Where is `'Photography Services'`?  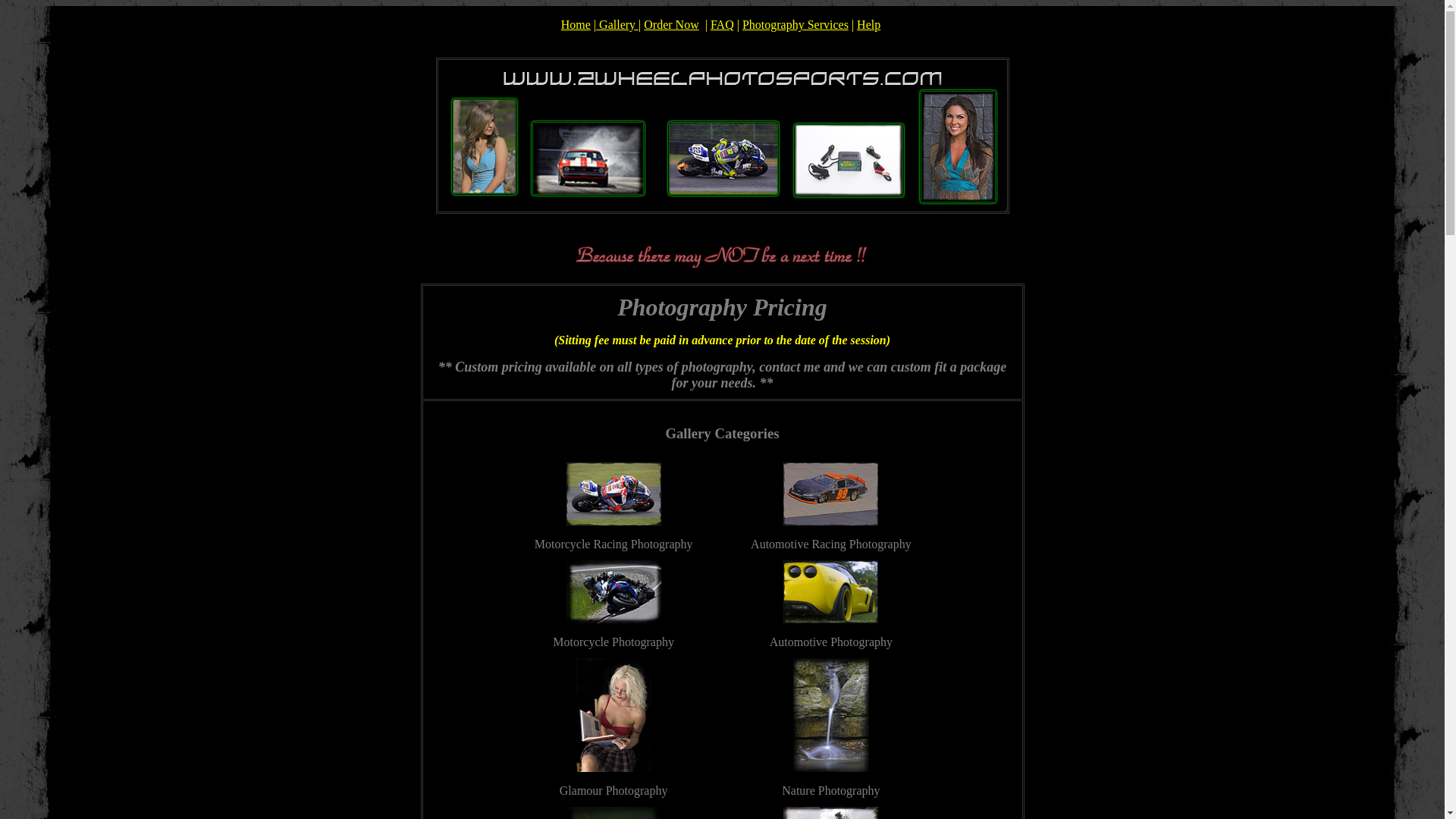
'Photography Services' is located at coordinates (795, 24).